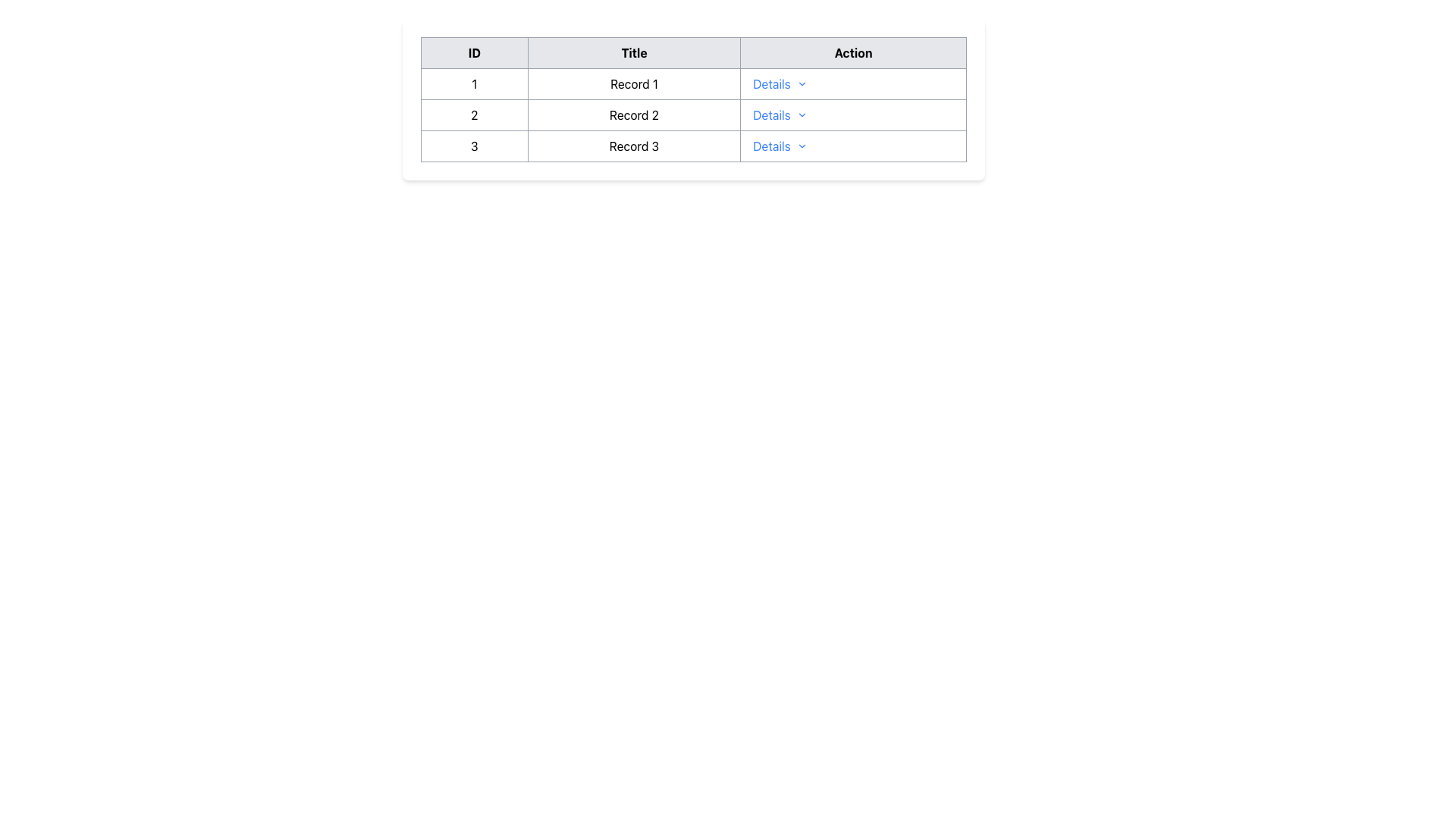 This screenshot has width=1456, height=819. Describe the element at coordinates (780, 84) in the screenshot. I see `the 'Details' hyperlink in the 'Action' column of the first row` at that location.